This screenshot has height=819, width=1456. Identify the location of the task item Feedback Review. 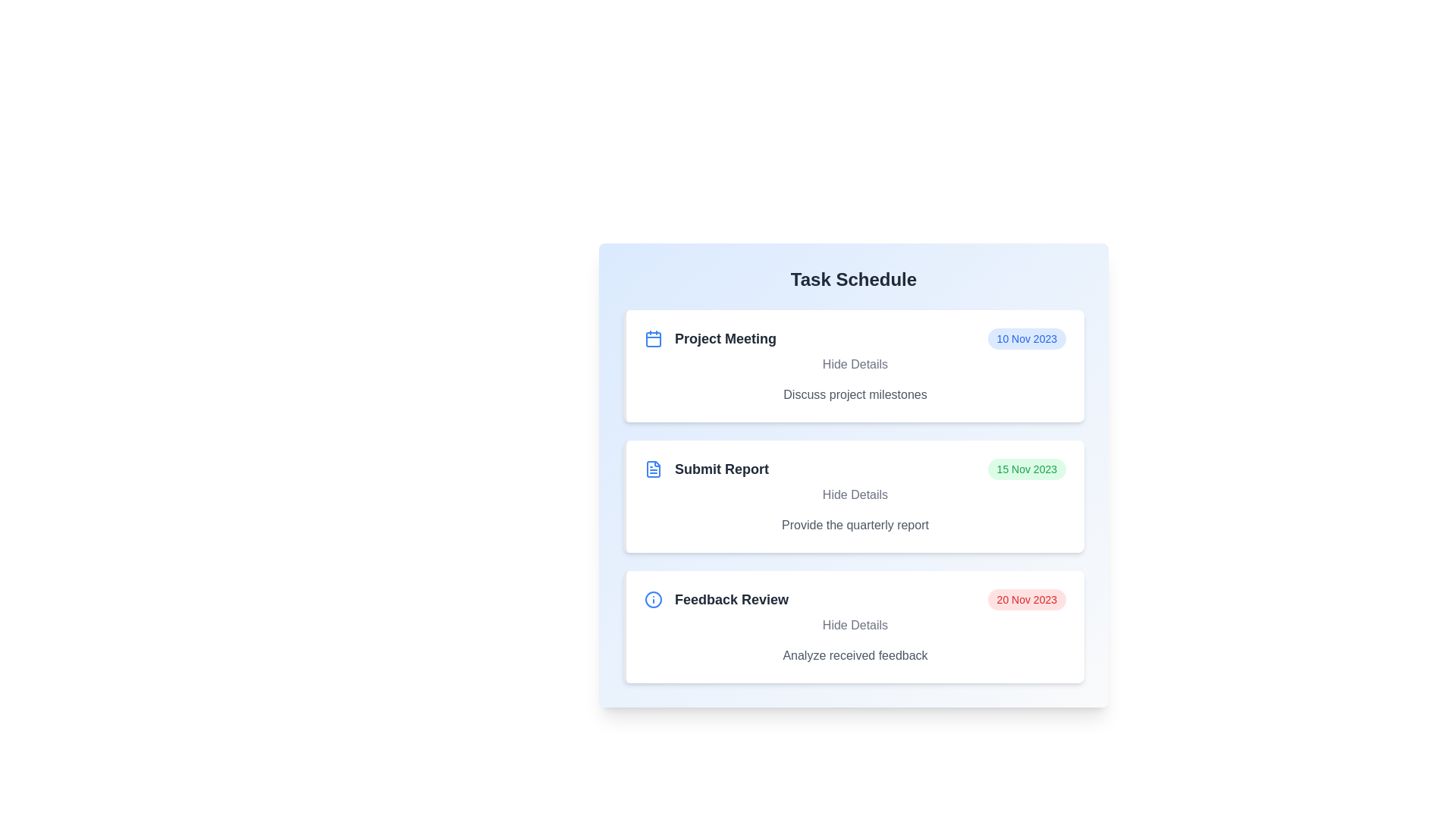
(854, 626).